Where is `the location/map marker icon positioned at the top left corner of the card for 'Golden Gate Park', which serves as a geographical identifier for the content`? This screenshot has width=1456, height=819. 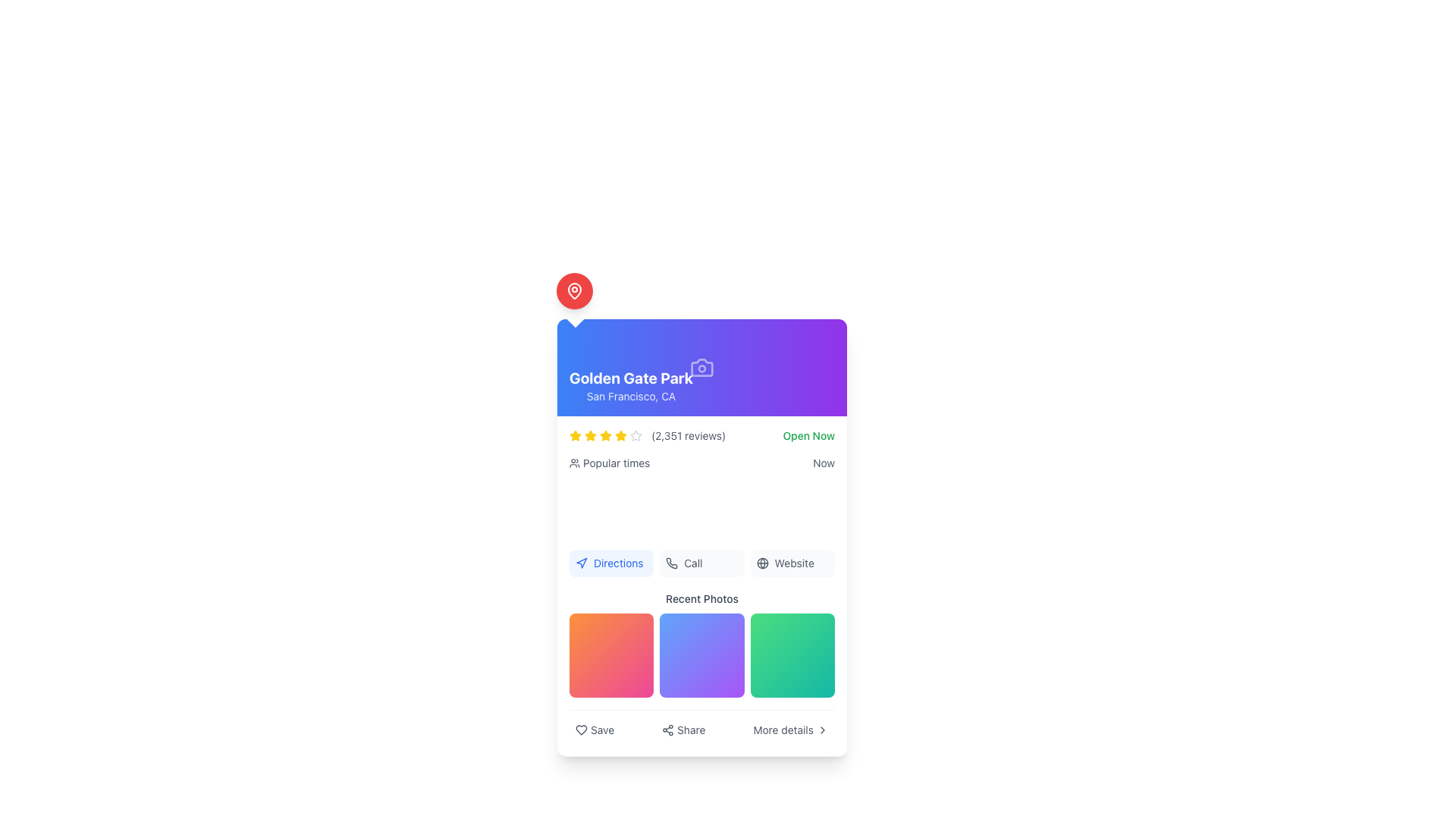
the location/map marker icon positioned at the top left corner of the card for 'Golden Gate Park', which serves as a geographical identifier for the content is located at coordinates (574, 291).